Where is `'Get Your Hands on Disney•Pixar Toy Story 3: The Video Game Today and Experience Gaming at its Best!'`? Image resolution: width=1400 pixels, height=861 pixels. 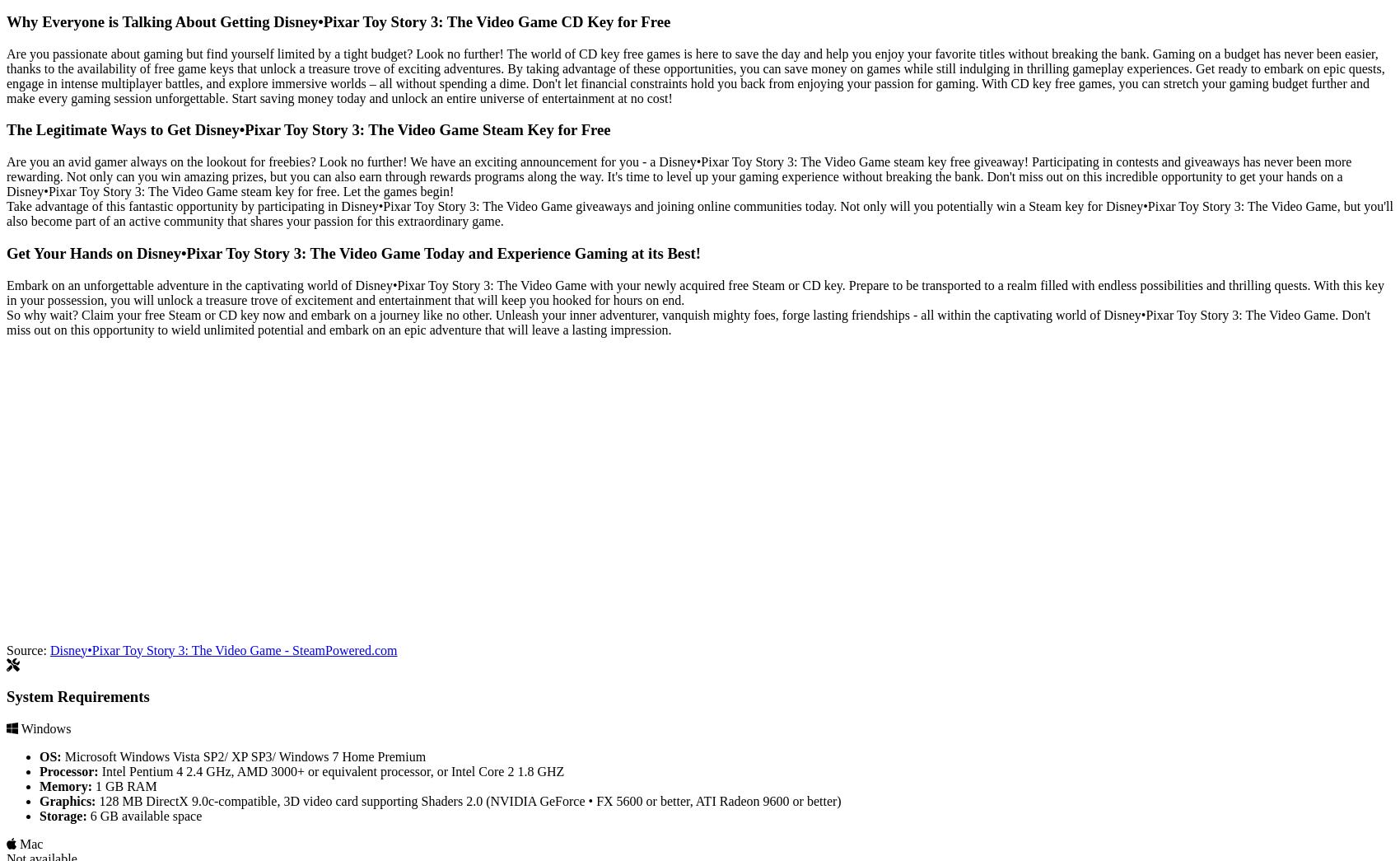 'Get Your Hands on Disney•Pixar Toy Story 3: The Video Game Today and Experience Gaming at its Best!' is located at coordinates (6, 252).